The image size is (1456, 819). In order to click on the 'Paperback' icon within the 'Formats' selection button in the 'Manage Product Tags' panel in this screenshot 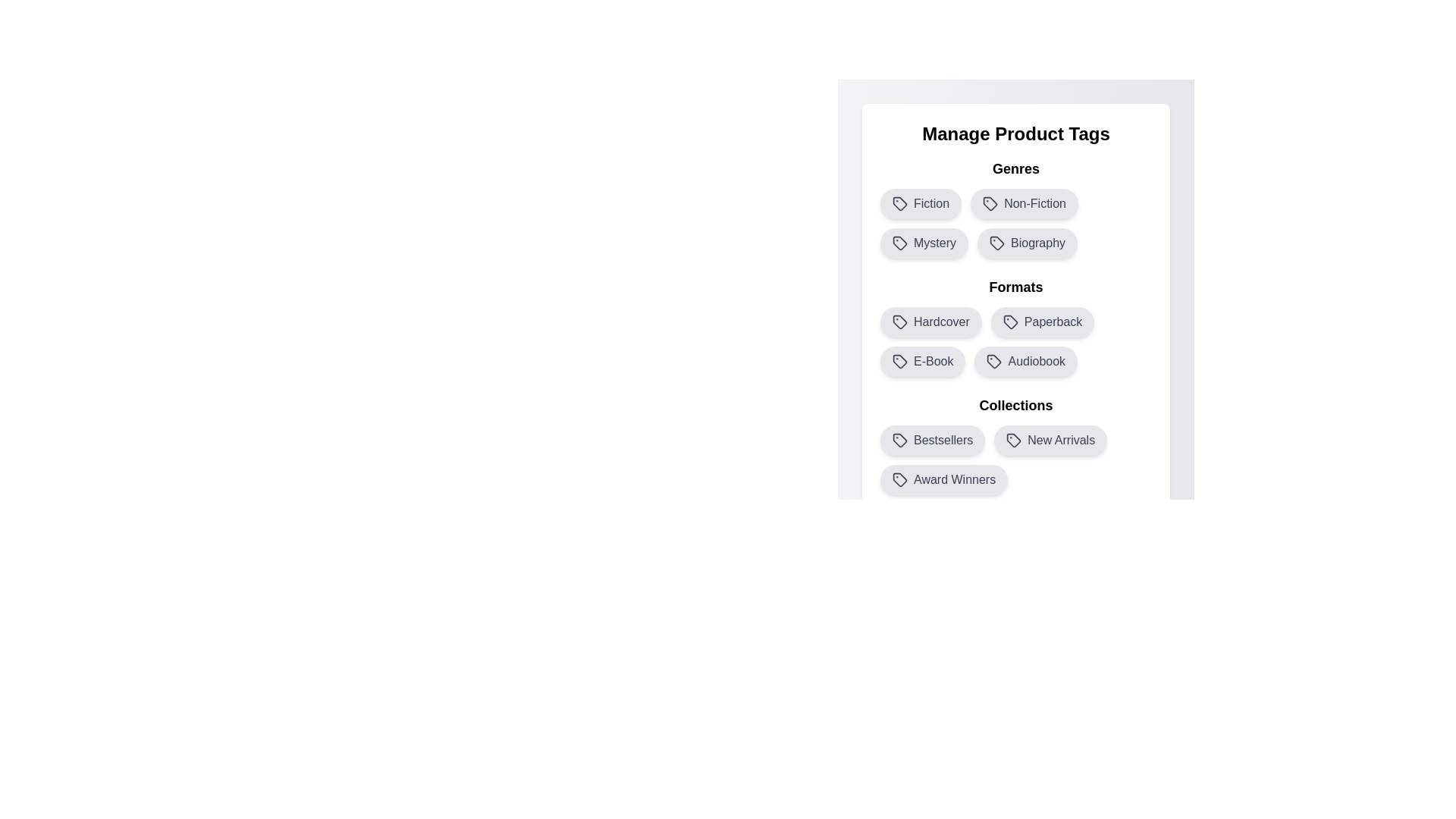, I will do `click(1010, 321)`.